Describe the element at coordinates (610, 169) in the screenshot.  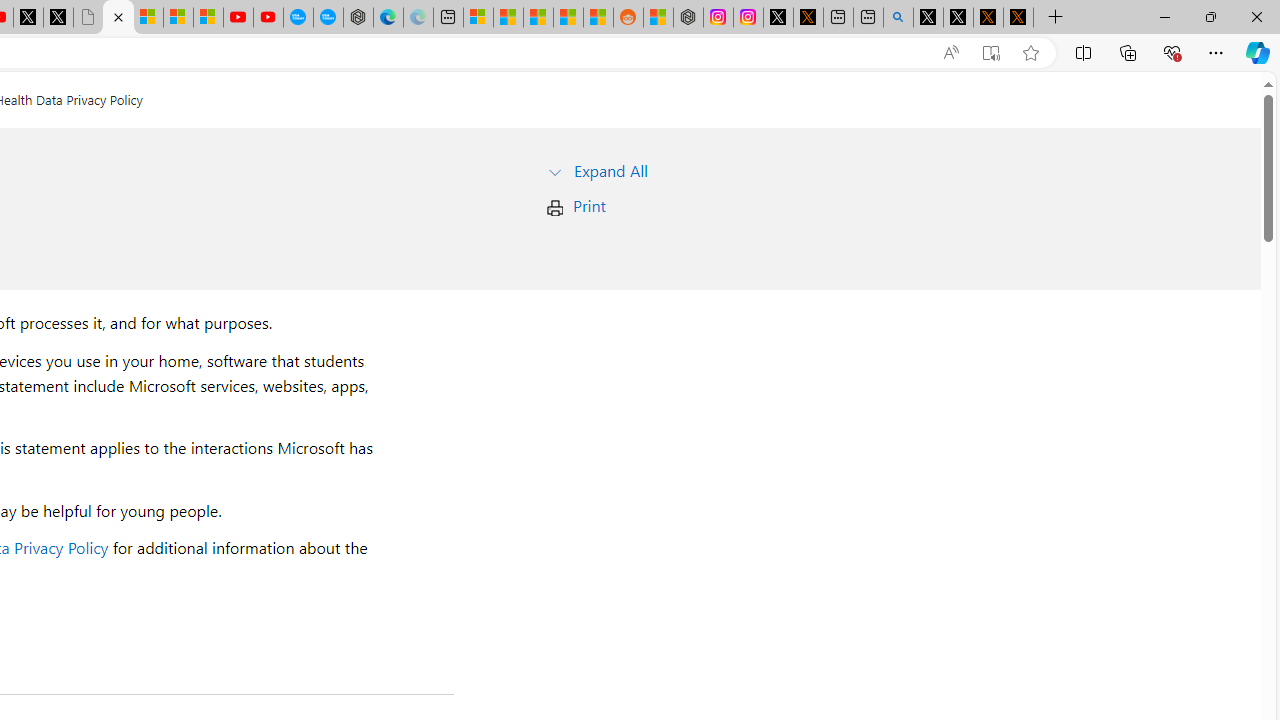
I see `'Expand All'` at that location.